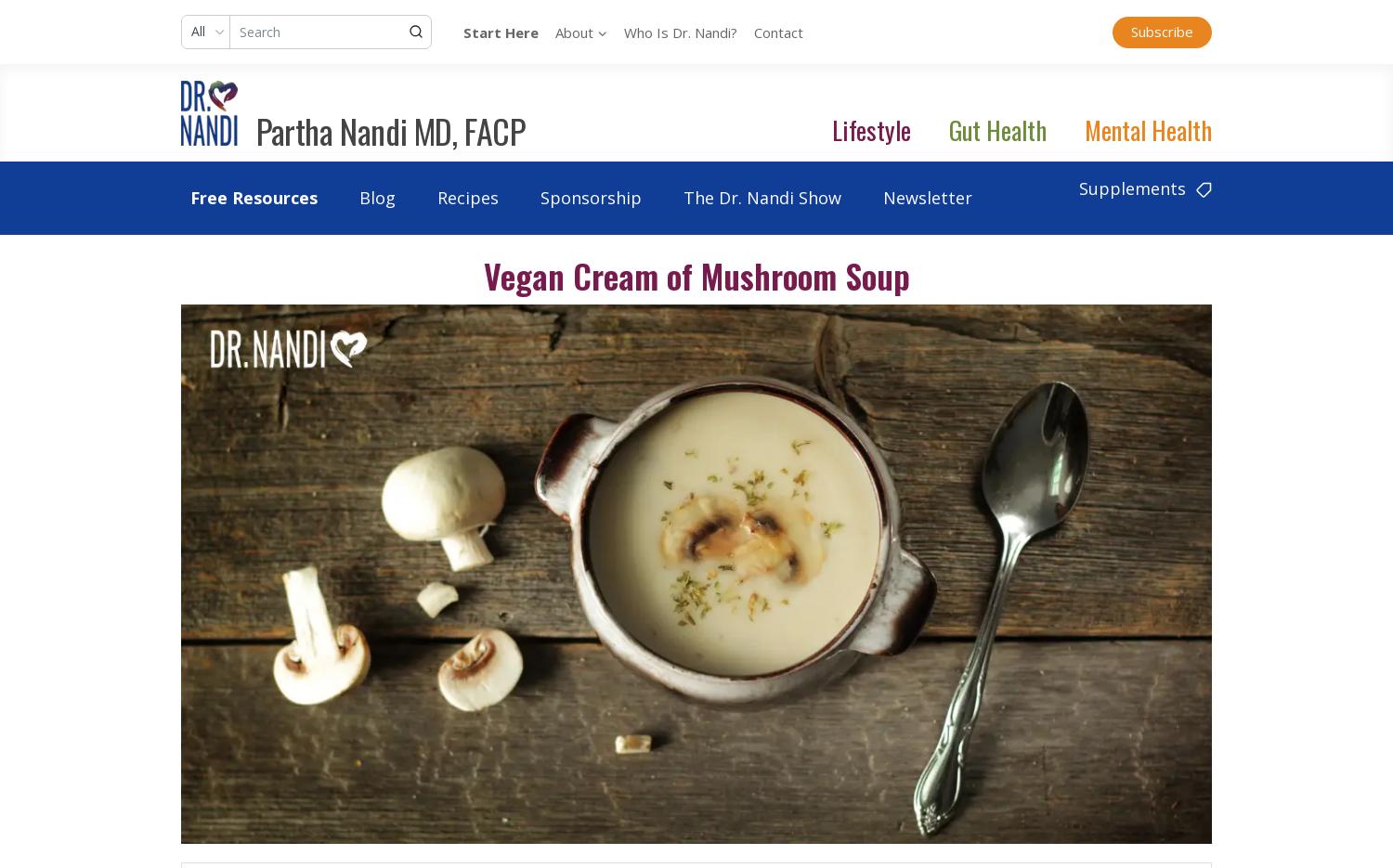 The height and width of the screenshot is (868, 1393). What do you see at coordinates (777, 31) in the screenshot?
I see `'Contact'` at bounding box center [777, 31].